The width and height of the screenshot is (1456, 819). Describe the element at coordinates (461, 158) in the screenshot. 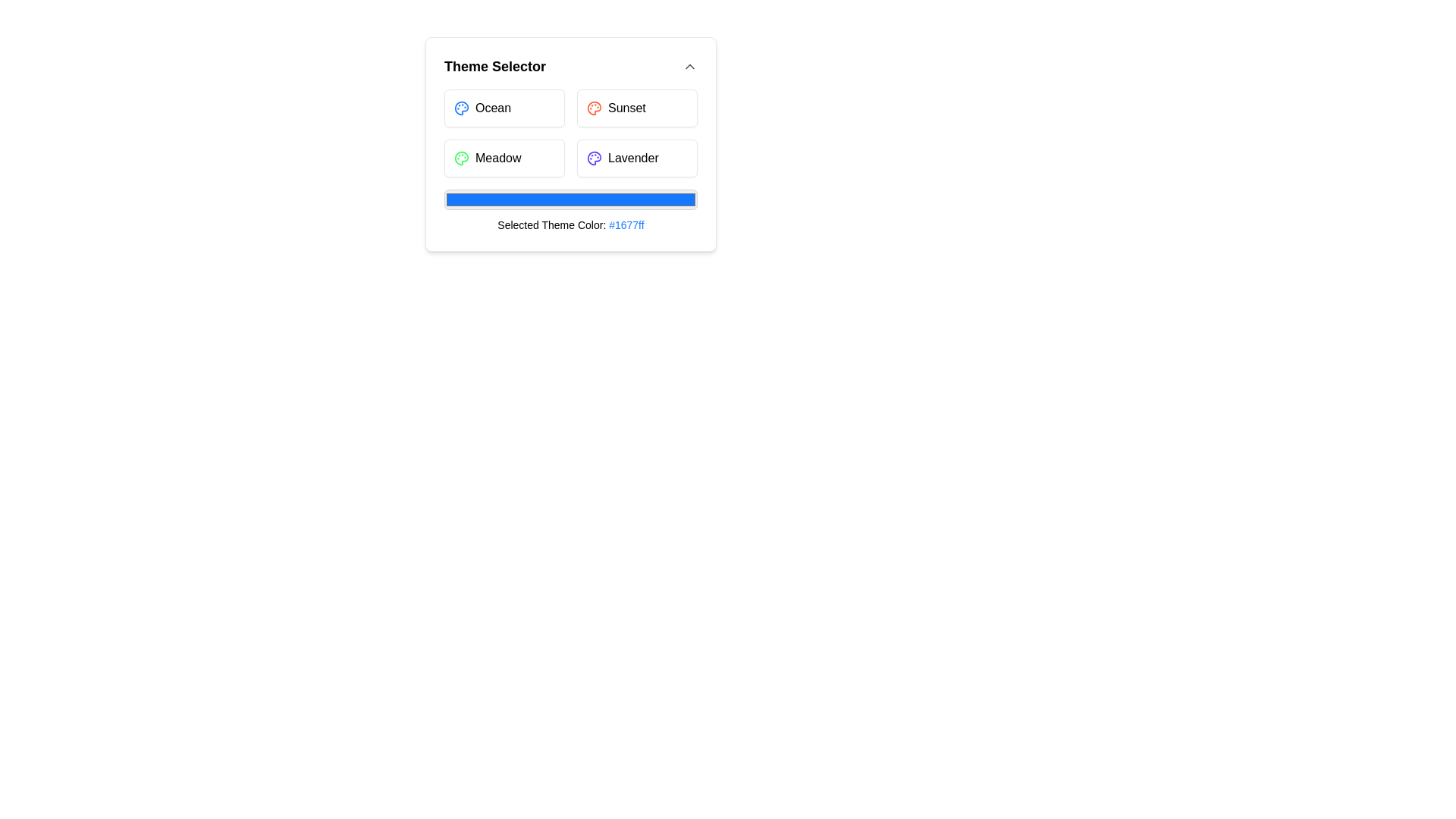

I see `the 'Meadow' theme icon located in the bottom-left corner of the 'Theme Selector' card` at that location.